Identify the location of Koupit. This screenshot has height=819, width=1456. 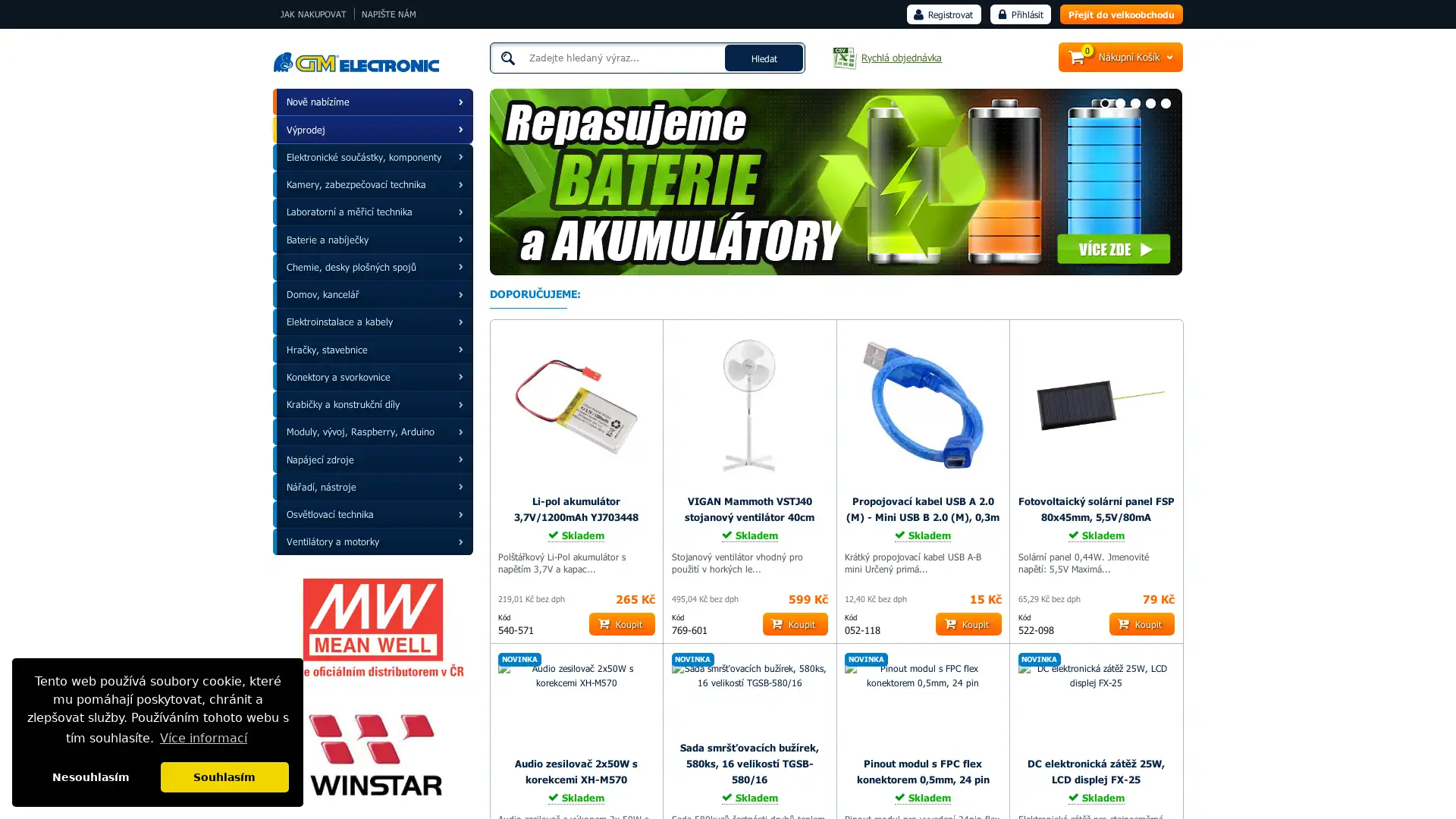
(967, 623).